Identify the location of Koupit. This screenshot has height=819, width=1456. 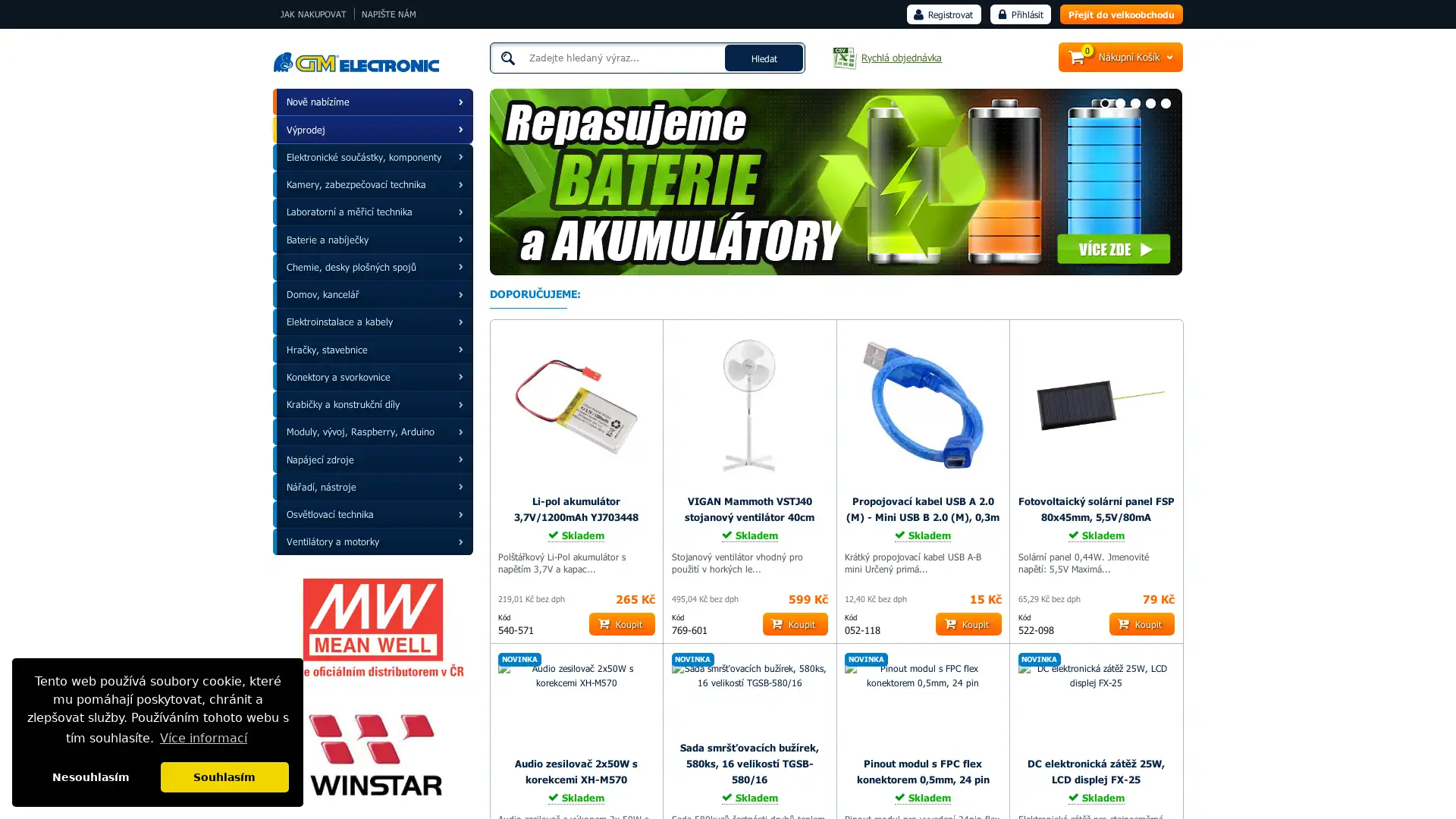
(967, 623).